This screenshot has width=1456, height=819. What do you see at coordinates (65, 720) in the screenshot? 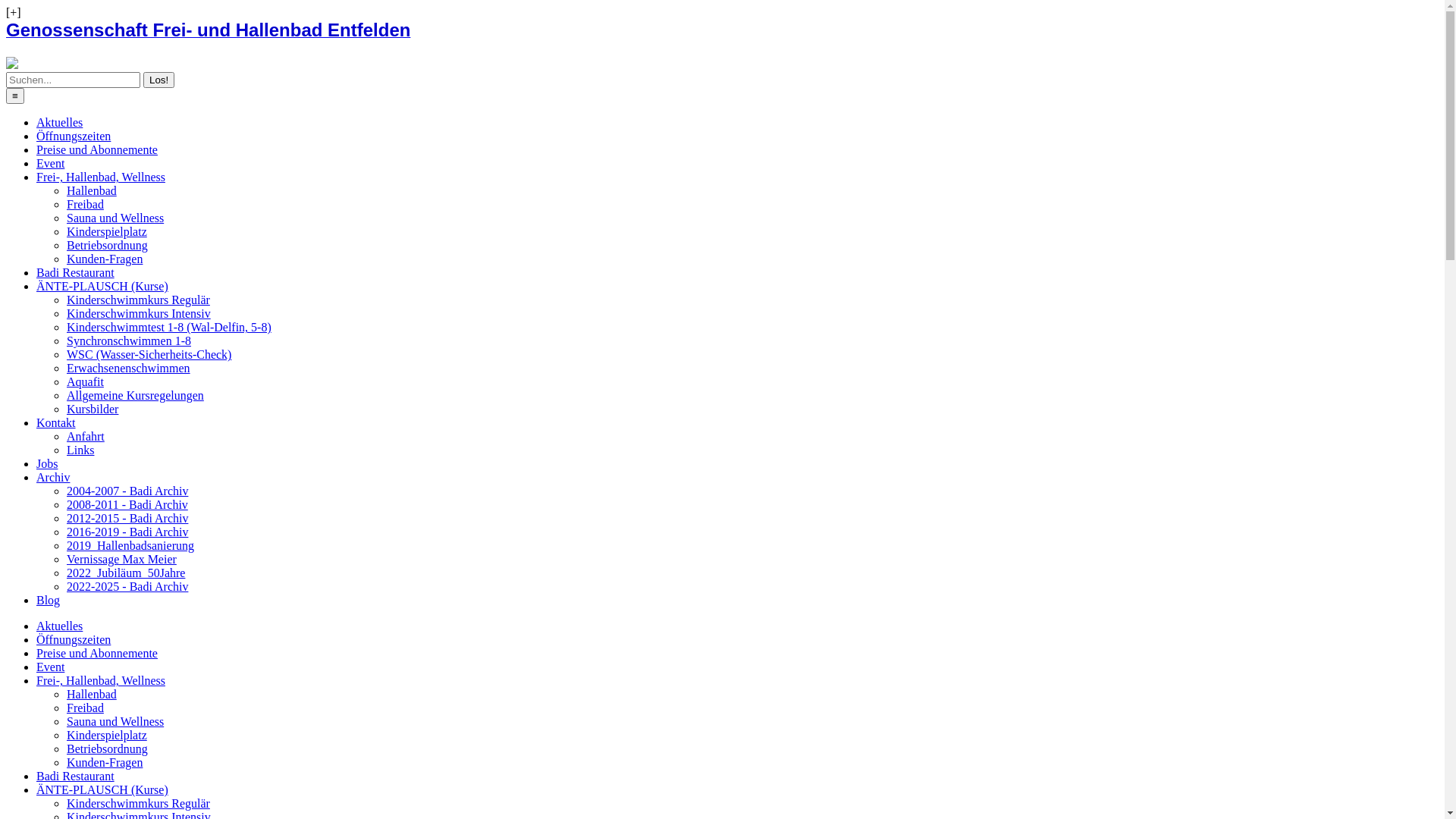
I see `'Sauna und Wellness'` at bounding box center [65, 720].